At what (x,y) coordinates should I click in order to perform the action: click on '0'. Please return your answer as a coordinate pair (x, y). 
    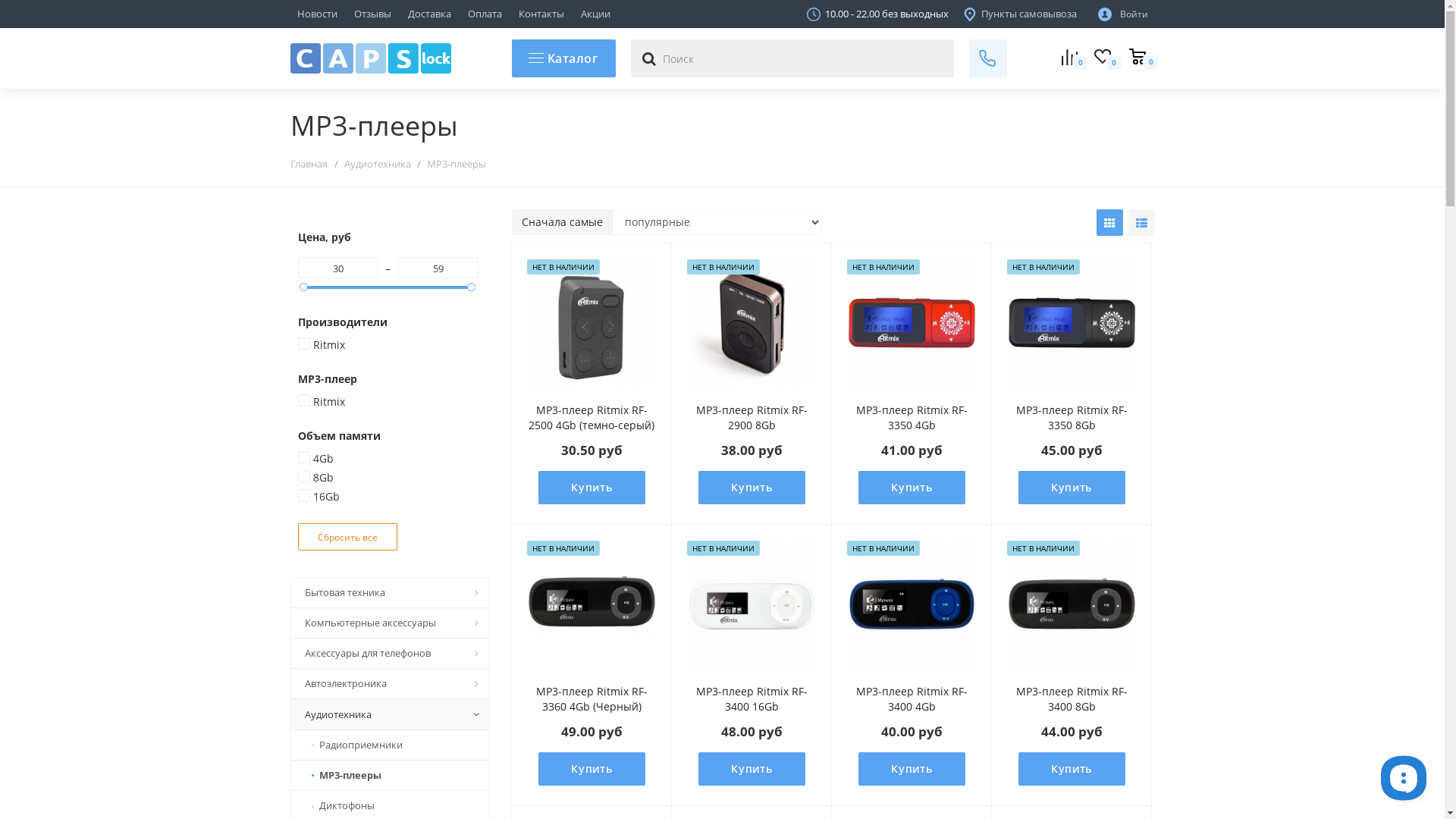
    Looking at the image, I should click on (1109, 58).